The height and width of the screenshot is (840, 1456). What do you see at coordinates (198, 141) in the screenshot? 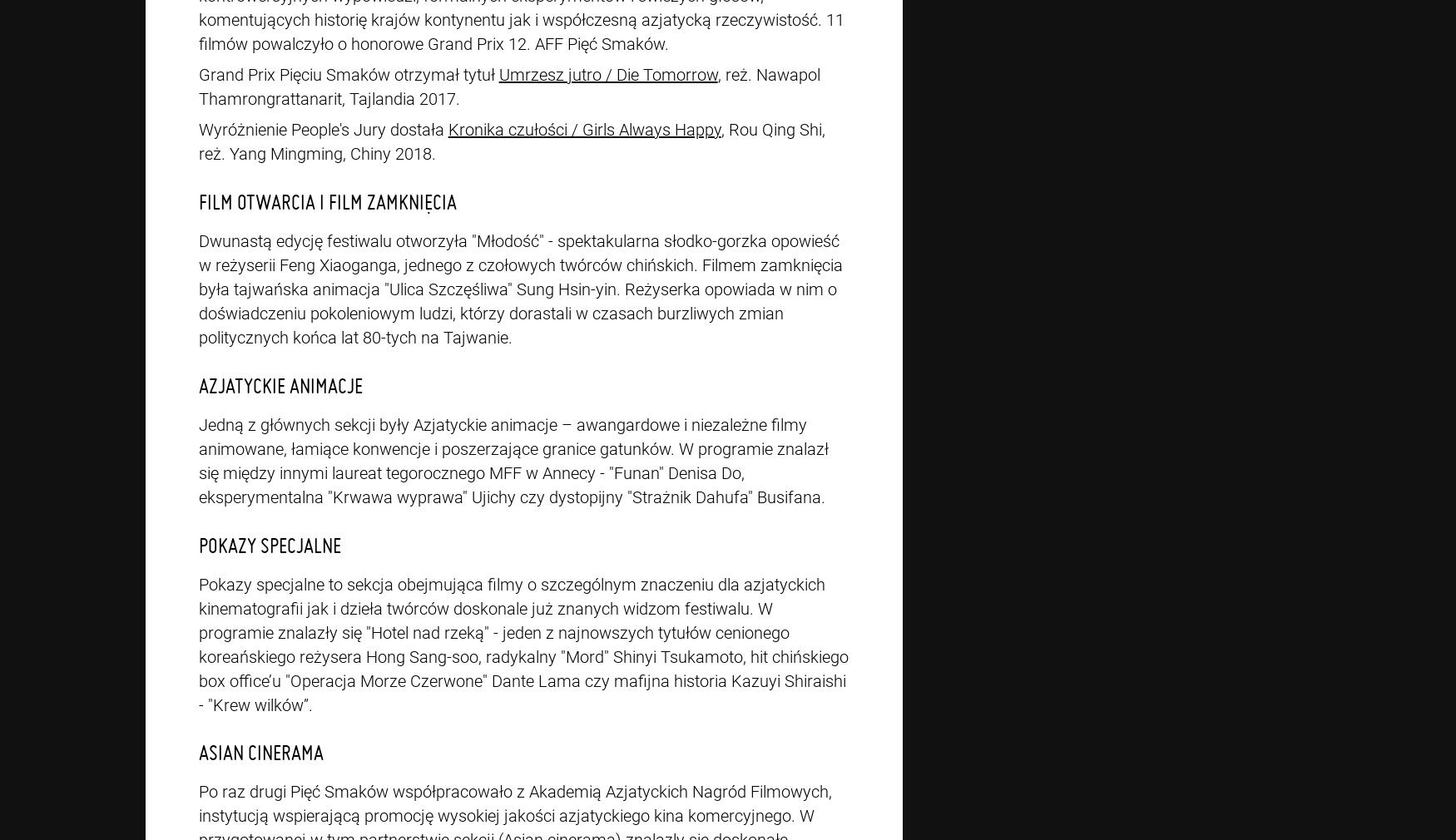
I see `', Rou Qing Shi, reż. Yang Mingming, Chiny 2018.'` at bounding box center [198, 141].